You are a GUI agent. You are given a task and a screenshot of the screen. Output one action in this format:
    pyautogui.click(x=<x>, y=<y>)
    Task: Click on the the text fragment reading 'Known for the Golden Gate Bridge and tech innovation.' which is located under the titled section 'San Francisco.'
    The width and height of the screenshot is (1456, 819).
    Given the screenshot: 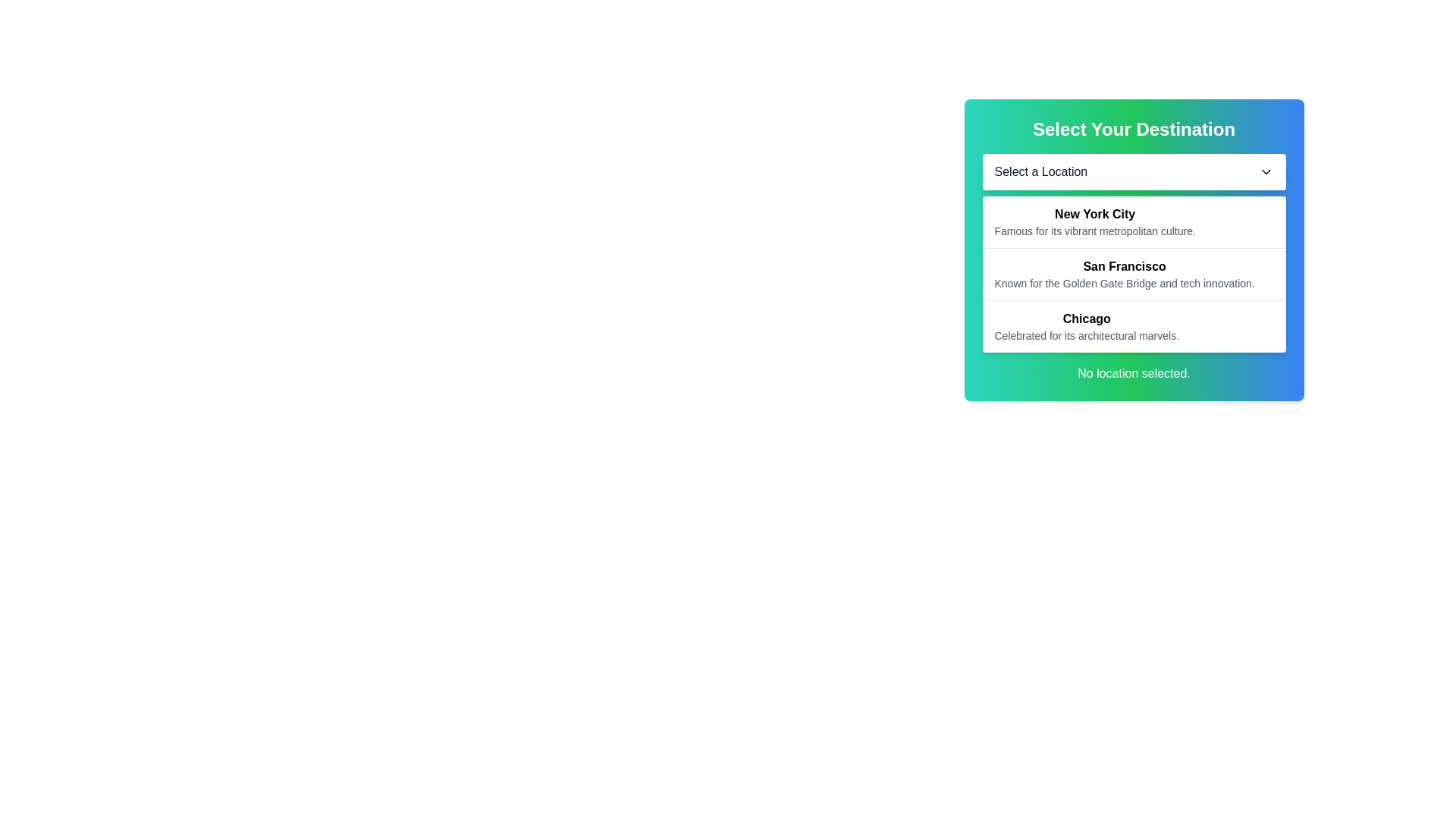 What is the action you would take?
    pyautogui.click(x=1125, y=284)
    